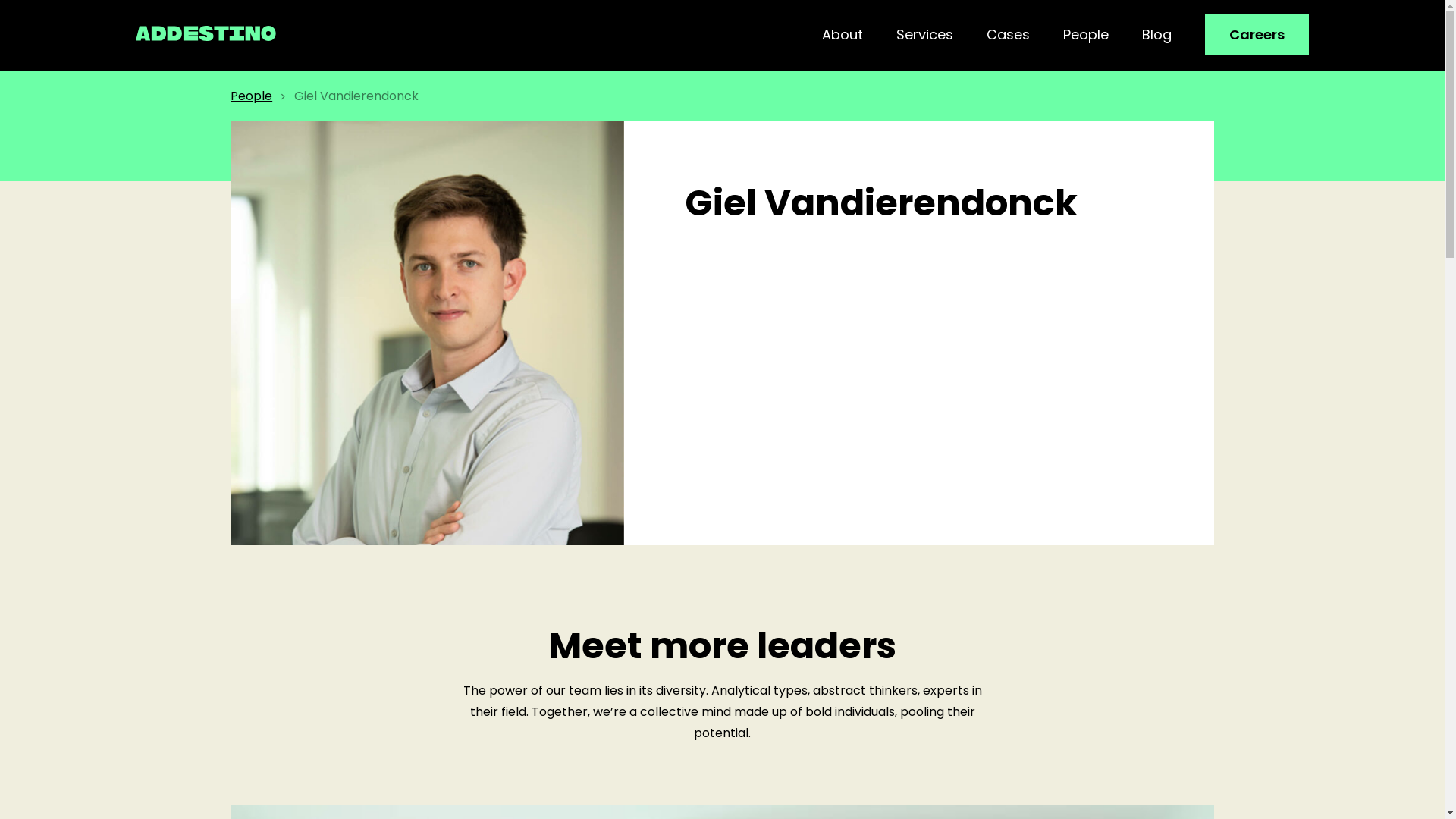 The image size is (1456, 819). Describe the element at coordinates (1392, 792) in the screenshot. I see `'Accept All'` at that location.